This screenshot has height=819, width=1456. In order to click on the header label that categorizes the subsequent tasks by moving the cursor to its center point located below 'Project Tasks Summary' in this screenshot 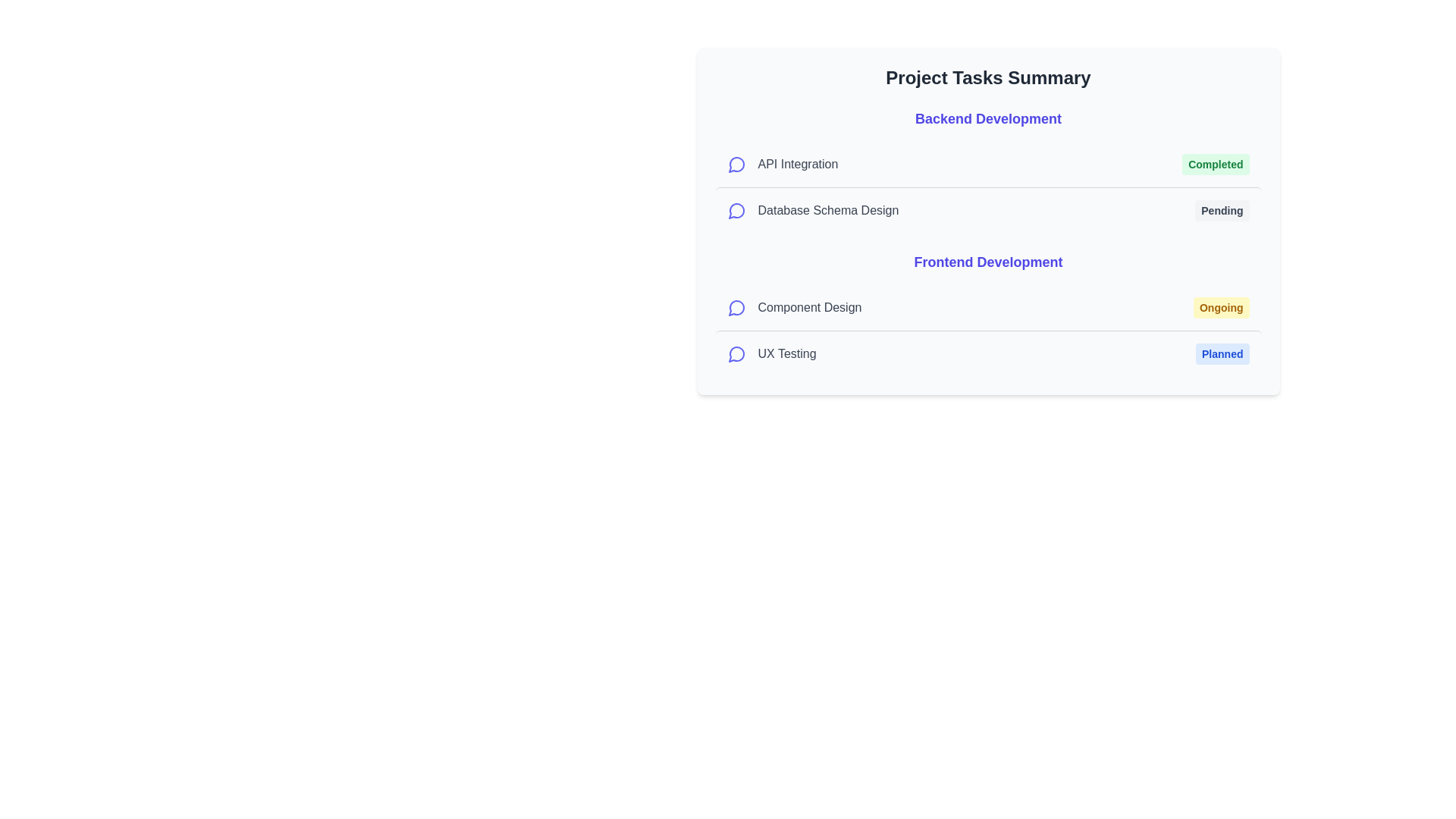, I will do `click(988, 118)`.